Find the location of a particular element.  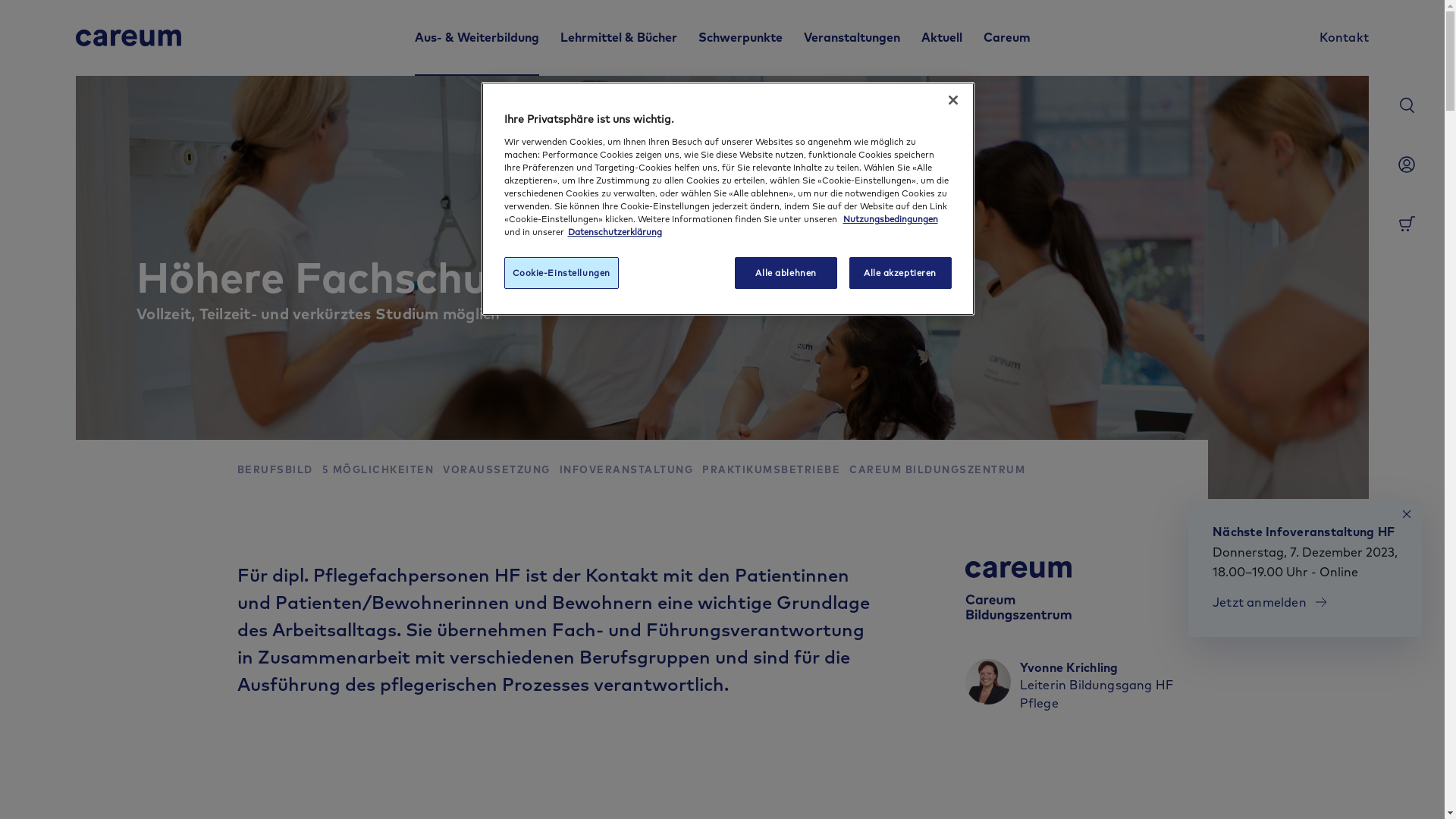

'Jetzt anmelden' is located at coordinates (1270, 601).